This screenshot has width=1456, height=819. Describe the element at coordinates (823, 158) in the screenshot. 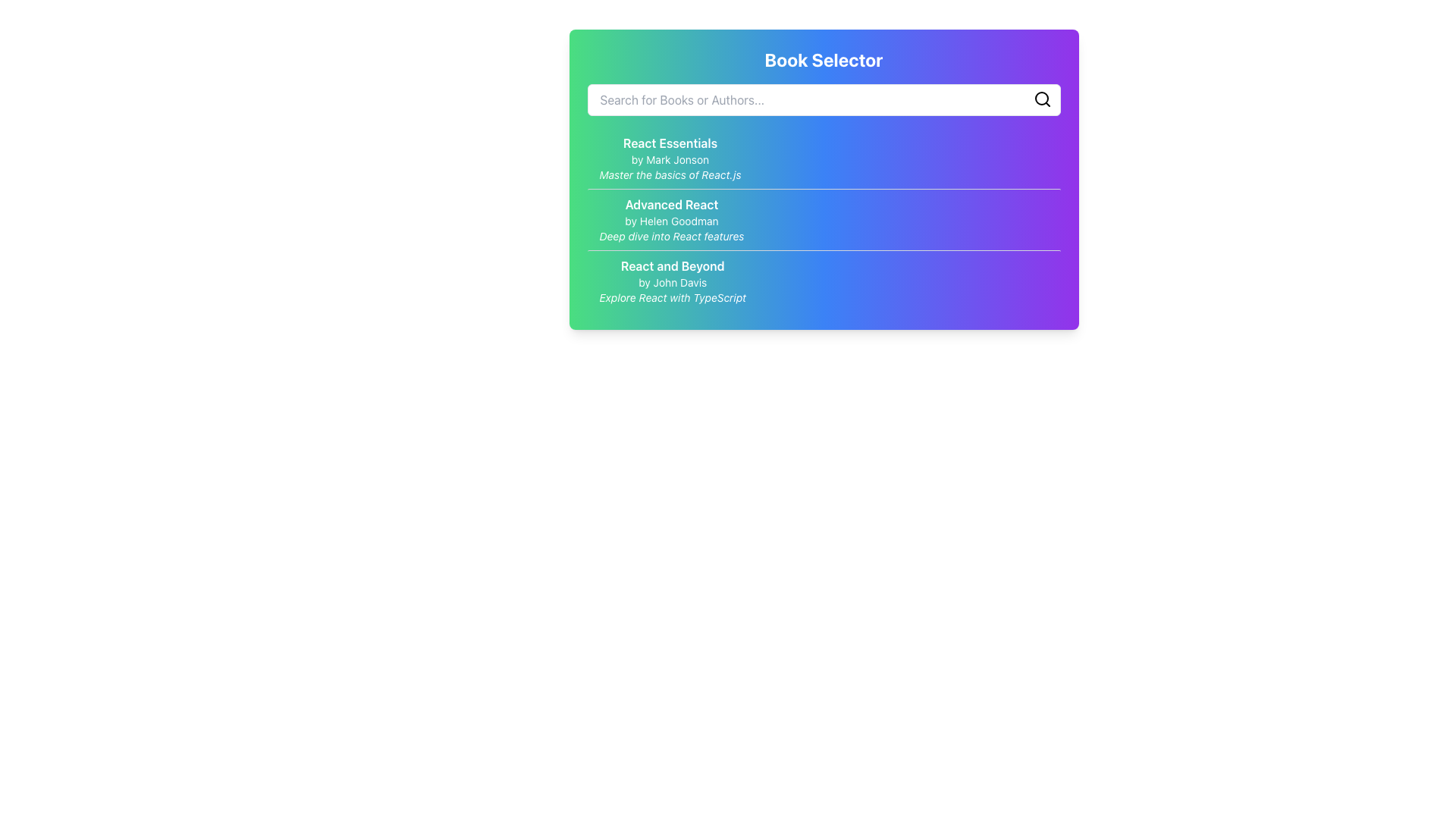

I see `the first selection item for 'React Essentials' in the Book Selector interface` at that location.